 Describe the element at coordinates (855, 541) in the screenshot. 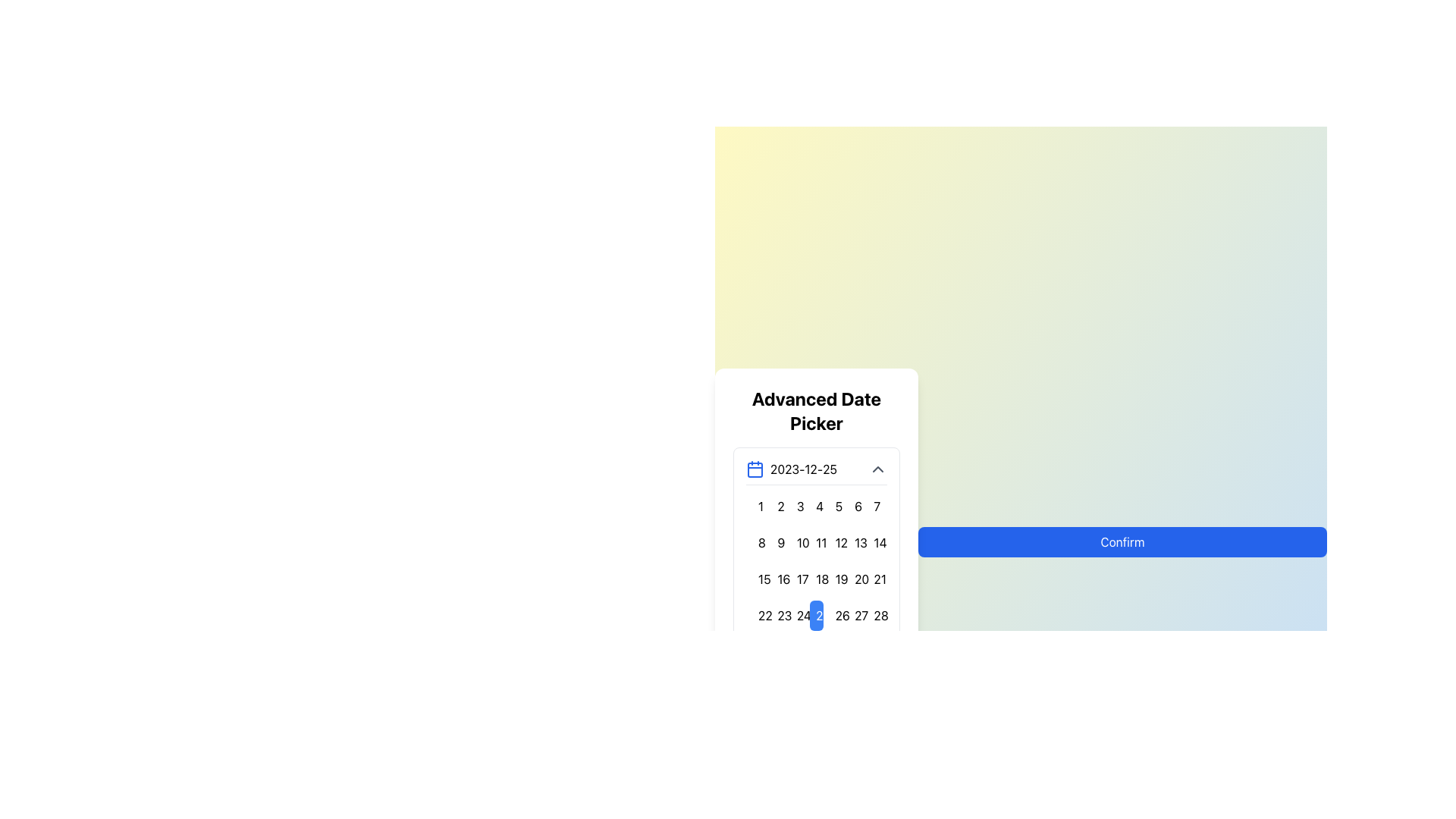

I see `the button labeled '13' in the date picker interface` at that location.